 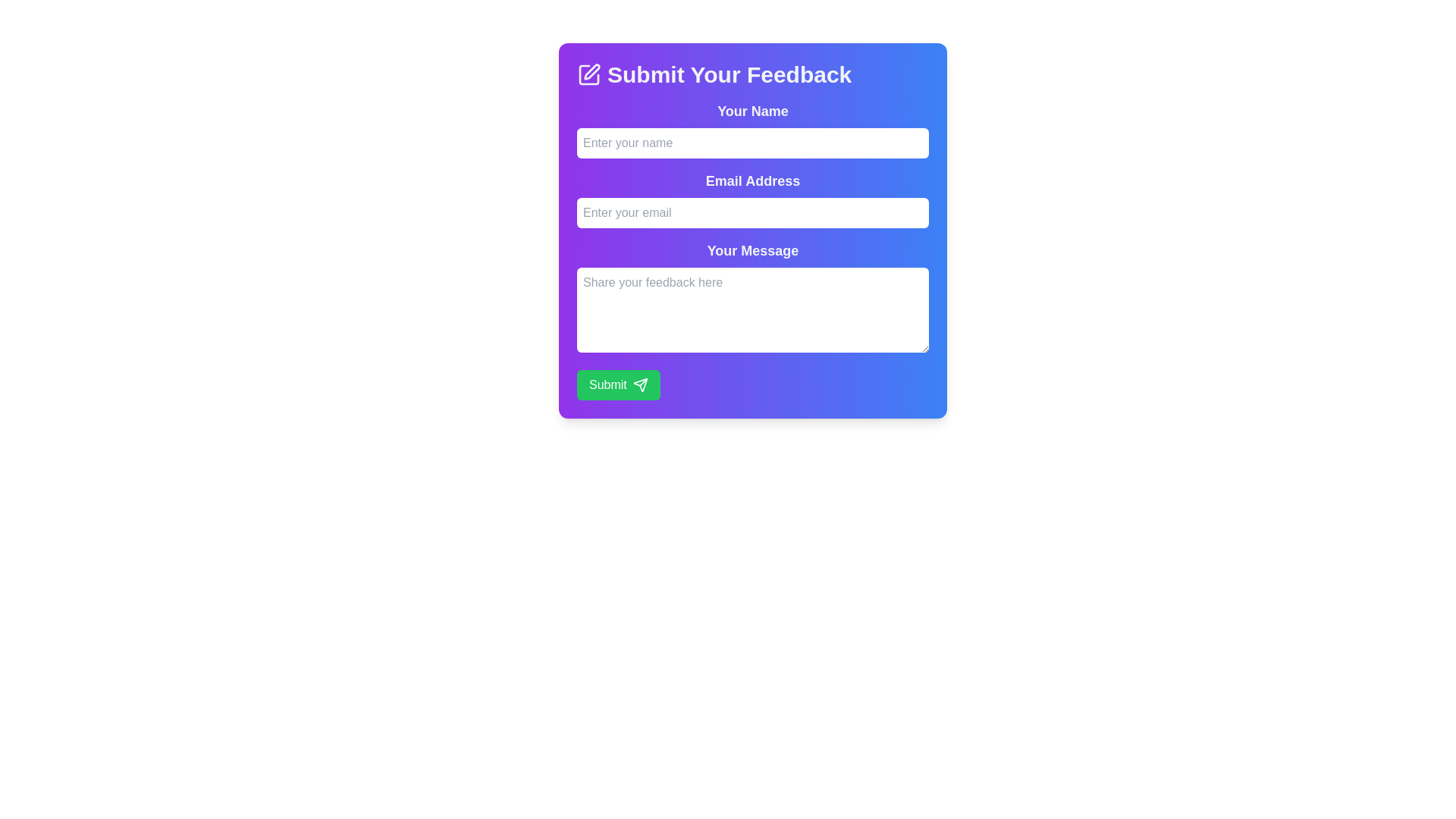 What do you see at coordinates (753, 250) in the screenshot?
I see `the text label 'Your Message', which is the third label in the form section of the card-like interface, featuring a bold, semibold font style in white against a purple-to-blue gradient background` at bounding box center [753, 250].